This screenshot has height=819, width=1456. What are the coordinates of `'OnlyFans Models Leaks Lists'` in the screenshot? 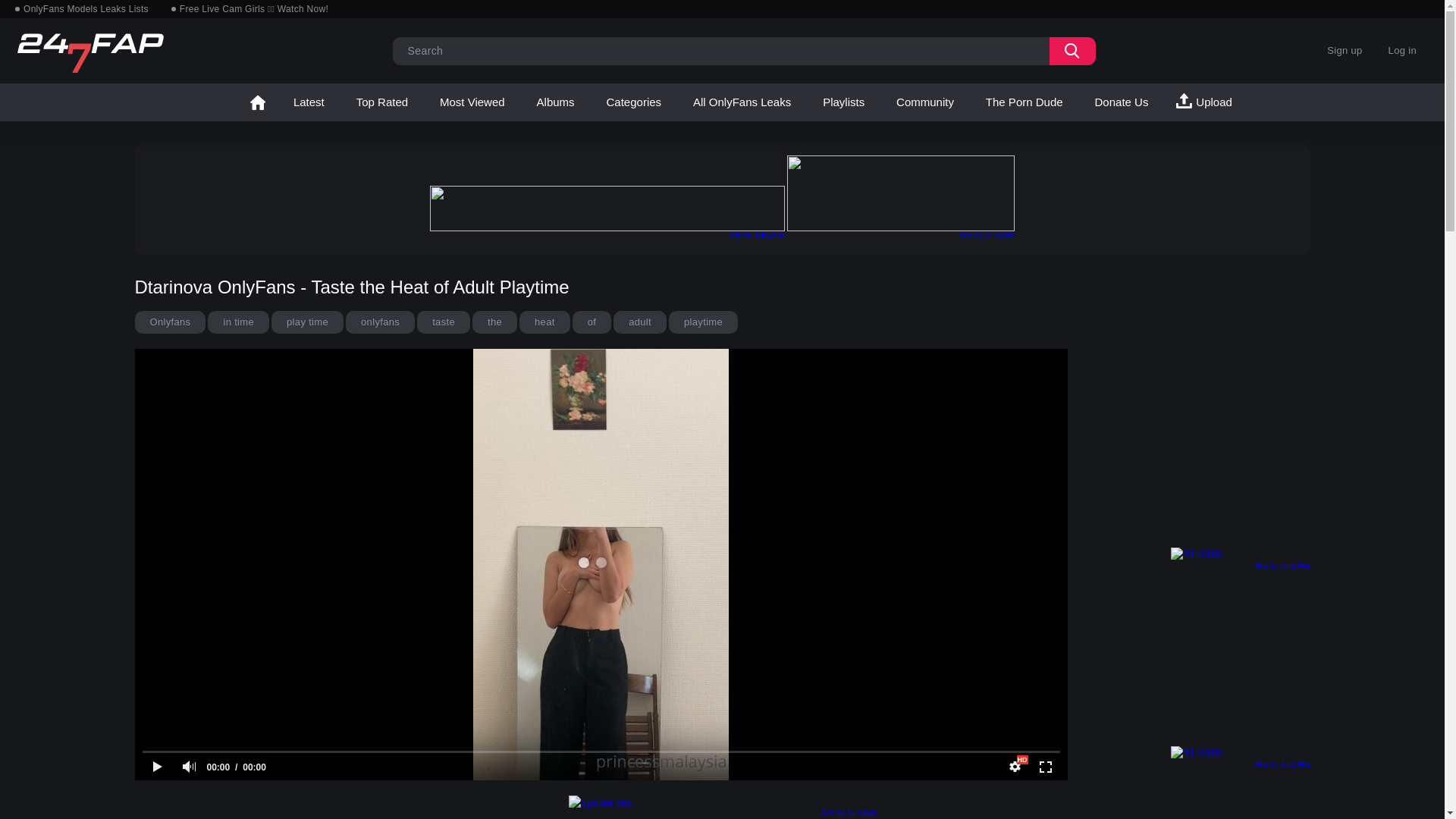 It's located at (14, 8).